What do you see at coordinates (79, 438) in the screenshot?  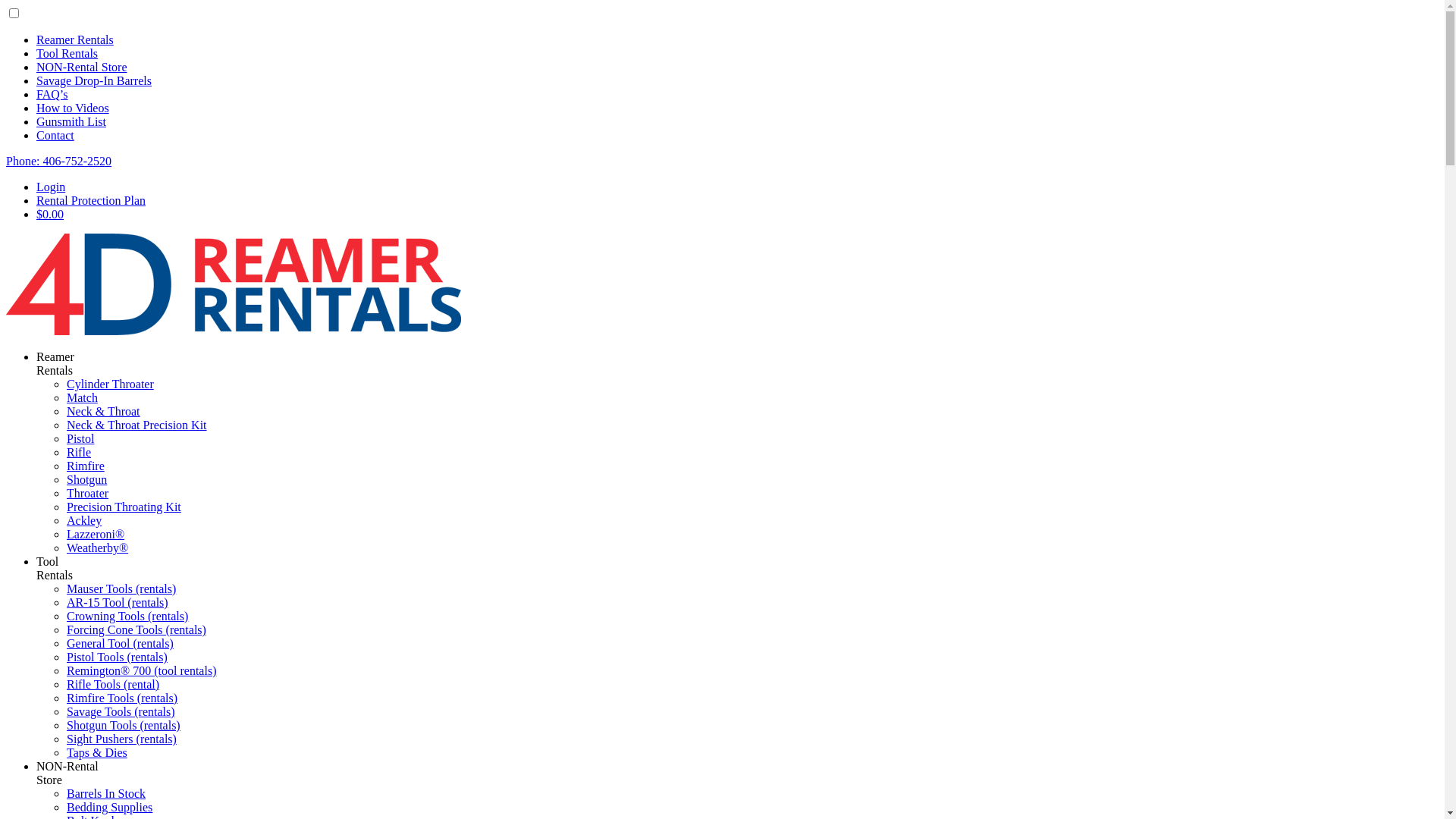 I see `'Pistol'` at bounding box center [79, 438].